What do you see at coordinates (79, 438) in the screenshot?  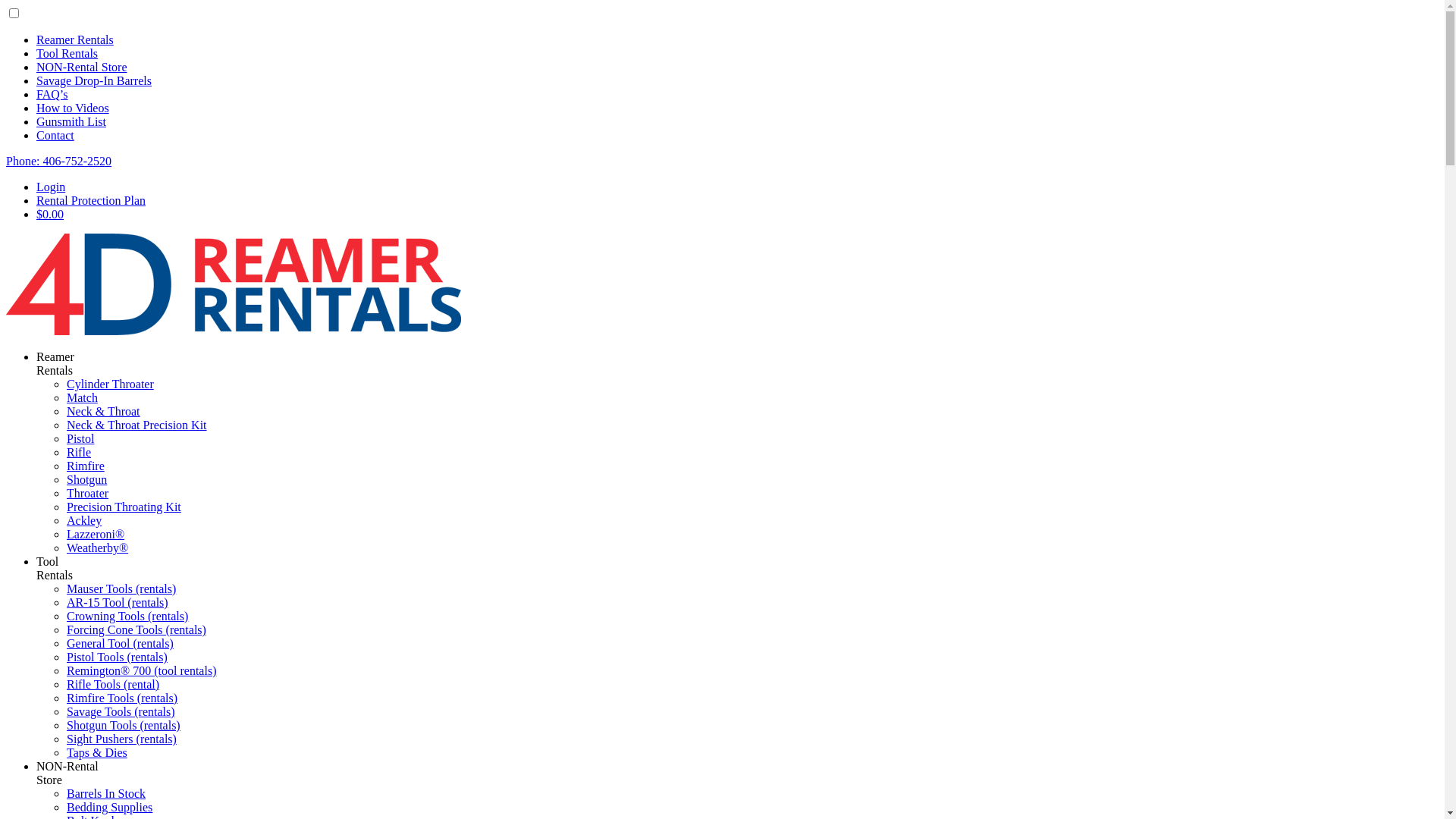 I see `'Pistol'` at bounding box center [79, 438].